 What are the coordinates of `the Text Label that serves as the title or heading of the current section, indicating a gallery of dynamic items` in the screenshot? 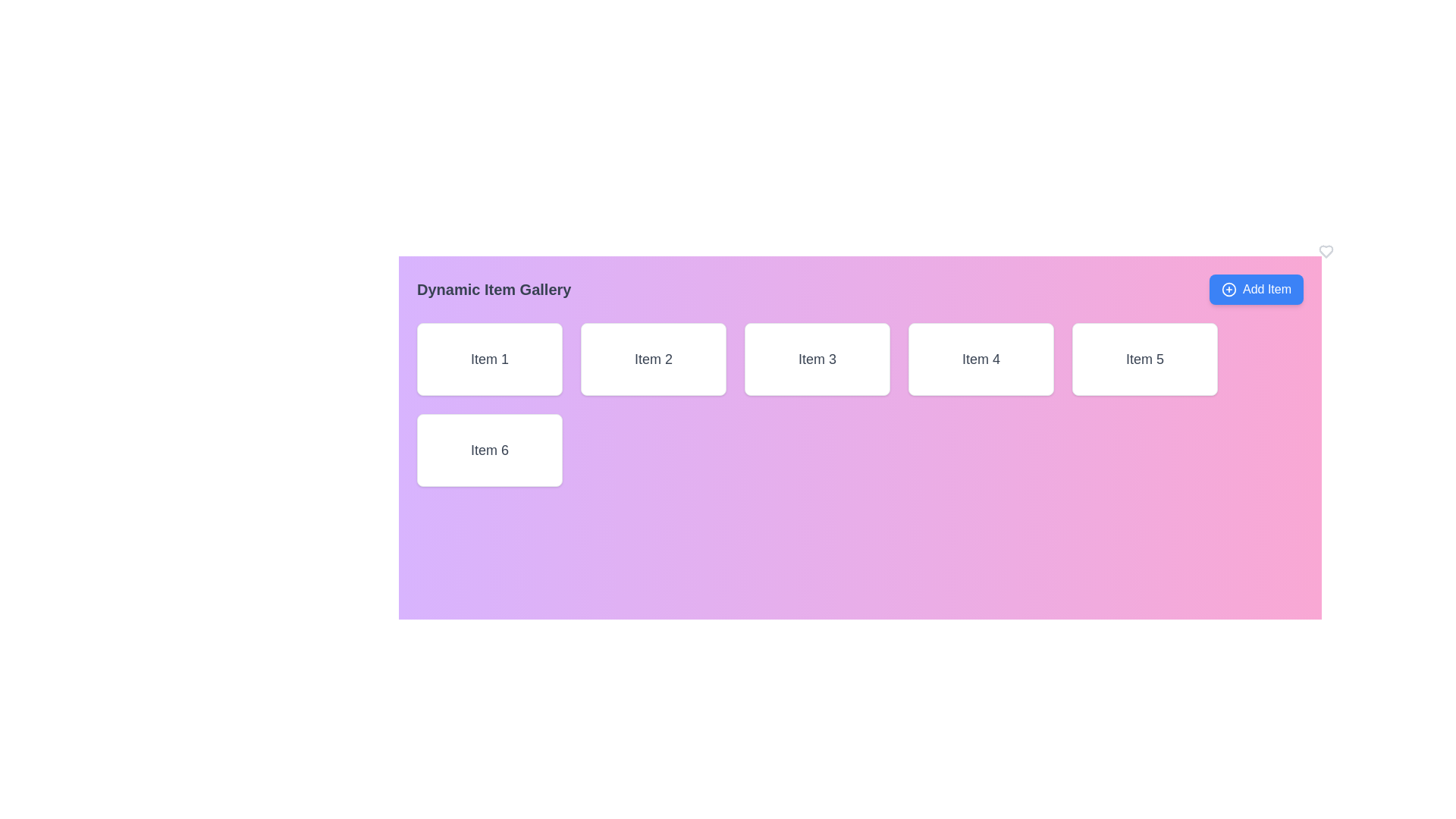 It's located at (494, 289).